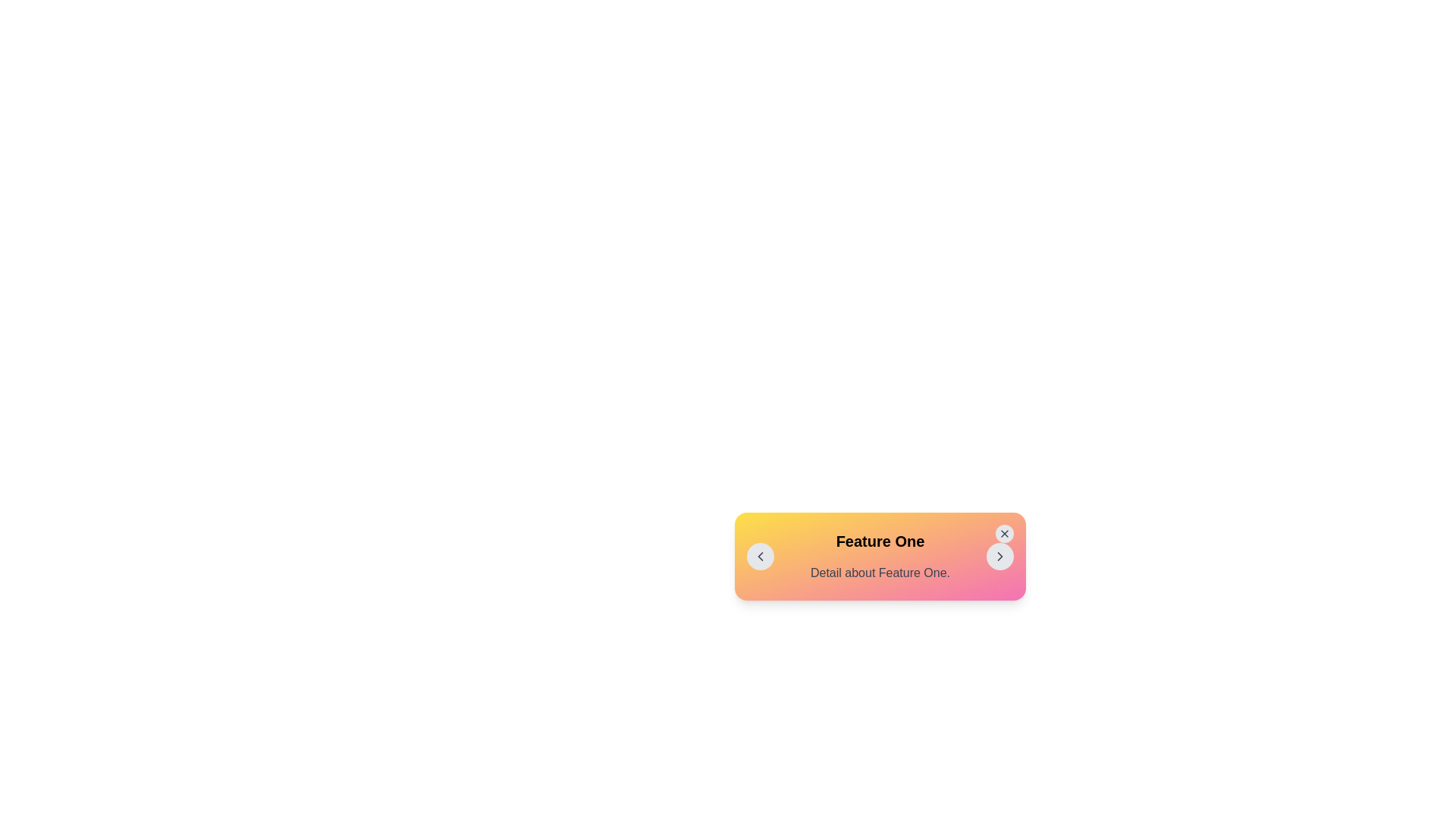 The width and height of the screenshot is (1456, 819). What do you see at coordinates (1004, 533) in the screenshot?
I see `the Circle Button located at the top-right corner of the gradient-colored rectangular box with rounded edges` at bounding box center [1004, 533].